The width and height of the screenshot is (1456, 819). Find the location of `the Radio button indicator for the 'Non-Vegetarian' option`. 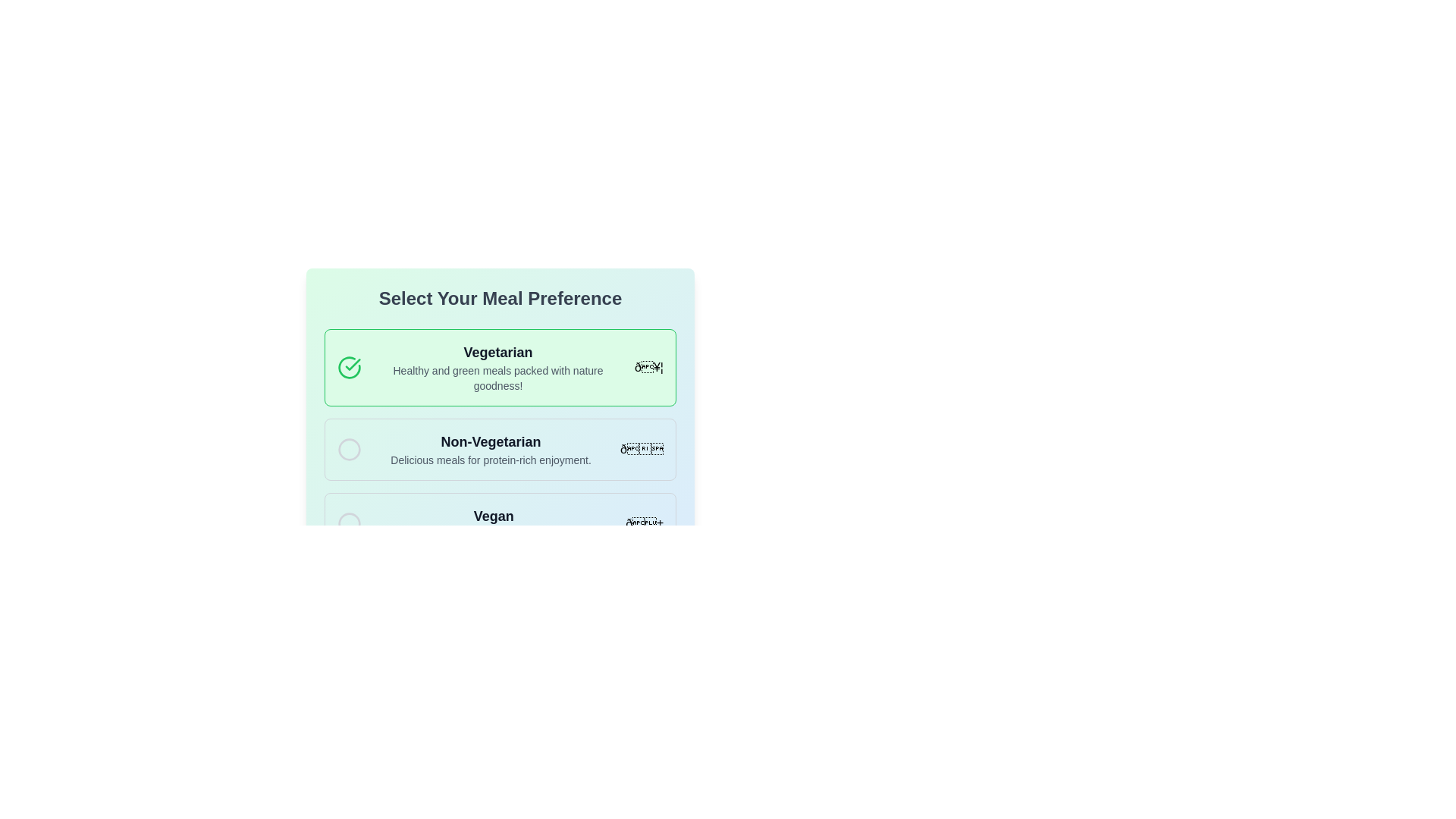

the Radio button indicator for the 'Non-Vegetarian' option is located at coordinates (348, 449).